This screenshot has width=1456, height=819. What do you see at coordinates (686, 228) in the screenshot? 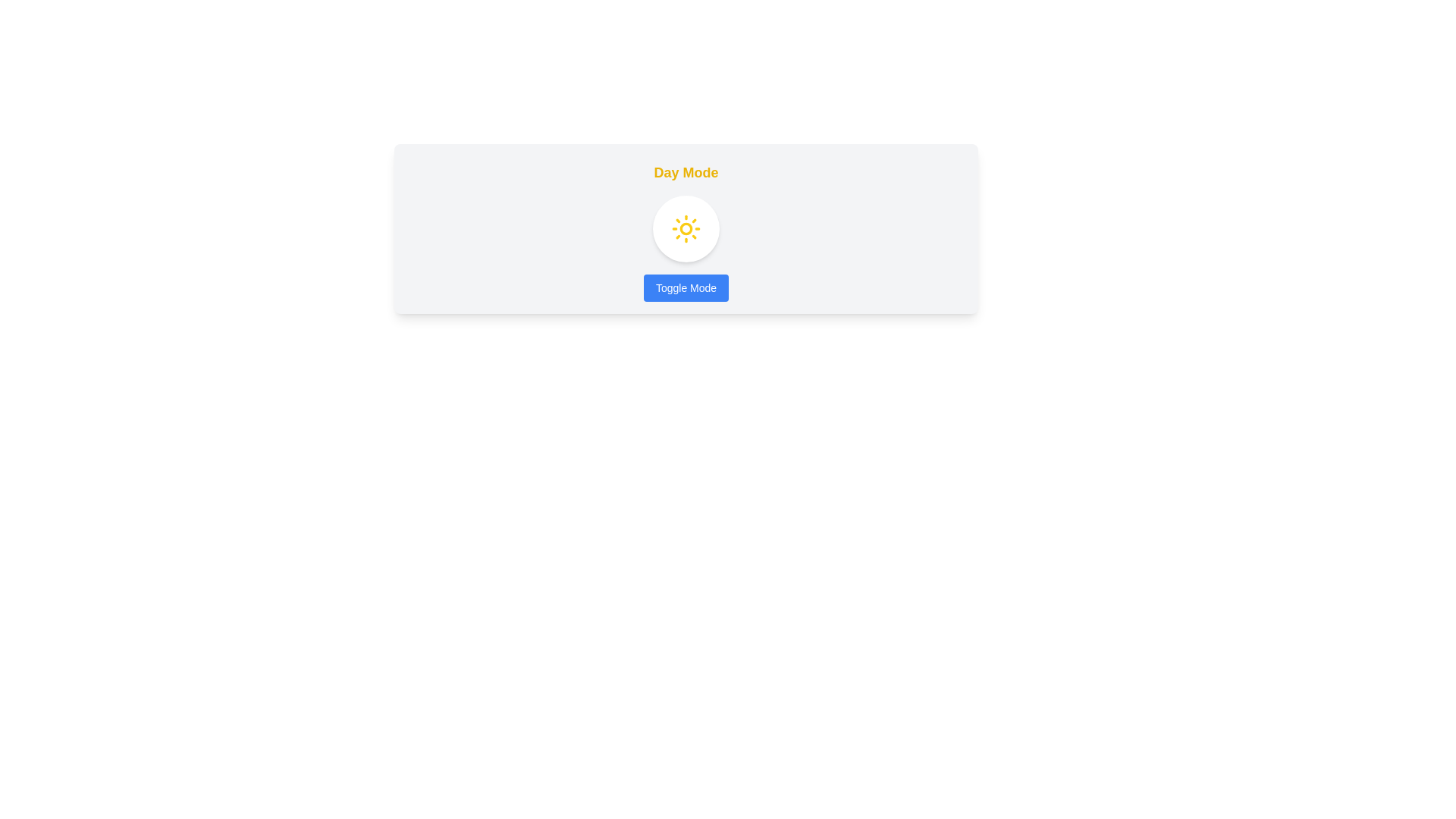
I see `the day mode icon button located centrally below the 'Day Mode' label and above the 'Toggle Mode' button` at bounding box center [686, 228].